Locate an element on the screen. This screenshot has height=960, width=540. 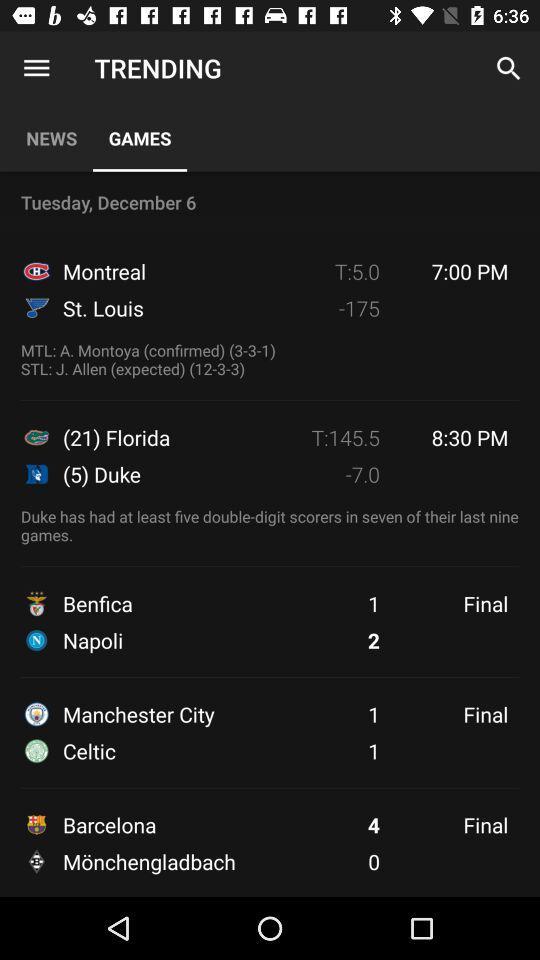
icon next to games item is located at coordinates (51, 137).